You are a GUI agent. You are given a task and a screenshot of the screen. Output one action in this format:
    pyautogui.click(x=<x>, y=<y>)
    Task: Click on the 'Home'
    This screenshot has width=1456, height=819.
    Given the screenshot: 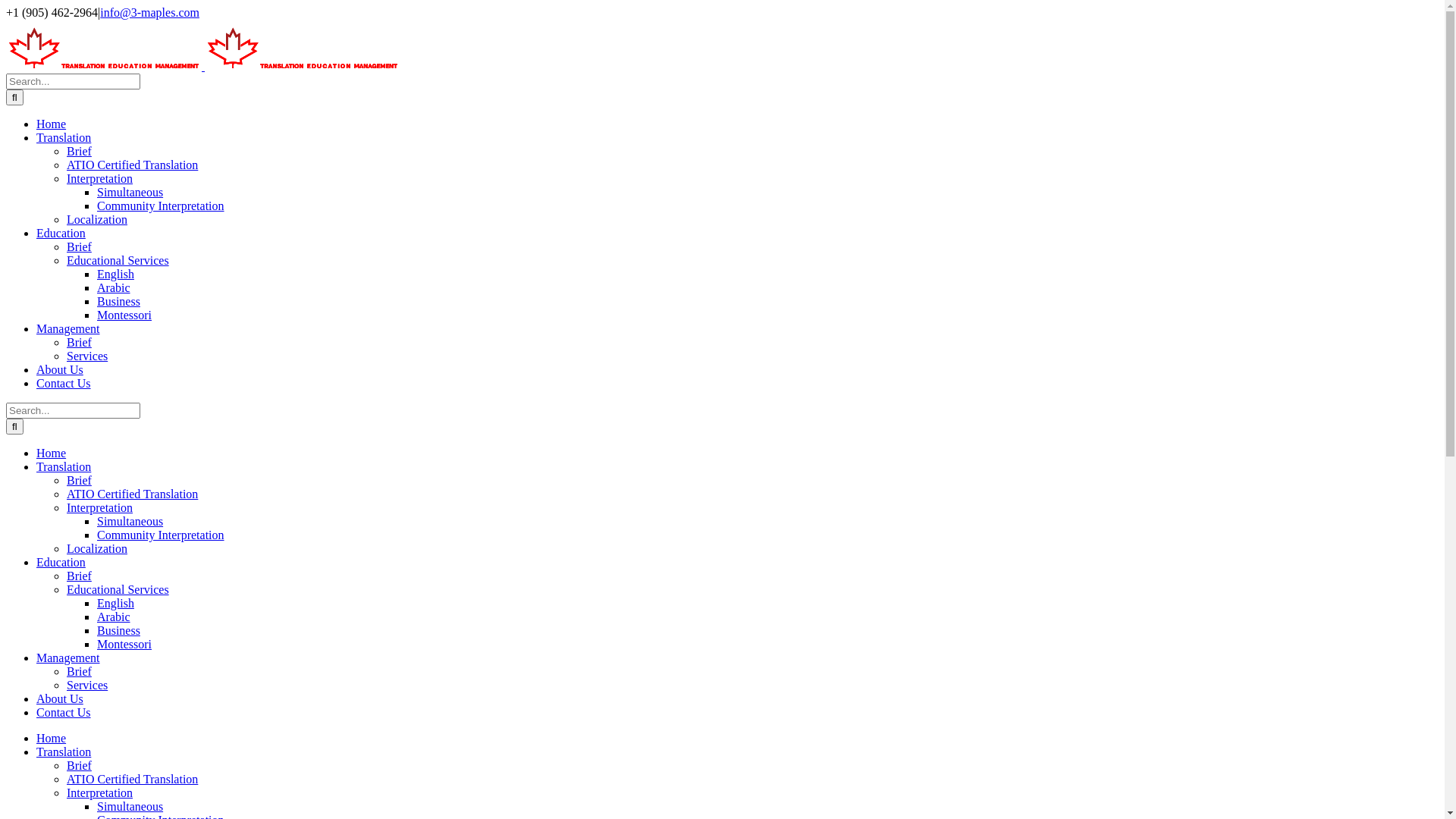 What is the action you would take?
    pyautogui.click(x=51, y=452)
    